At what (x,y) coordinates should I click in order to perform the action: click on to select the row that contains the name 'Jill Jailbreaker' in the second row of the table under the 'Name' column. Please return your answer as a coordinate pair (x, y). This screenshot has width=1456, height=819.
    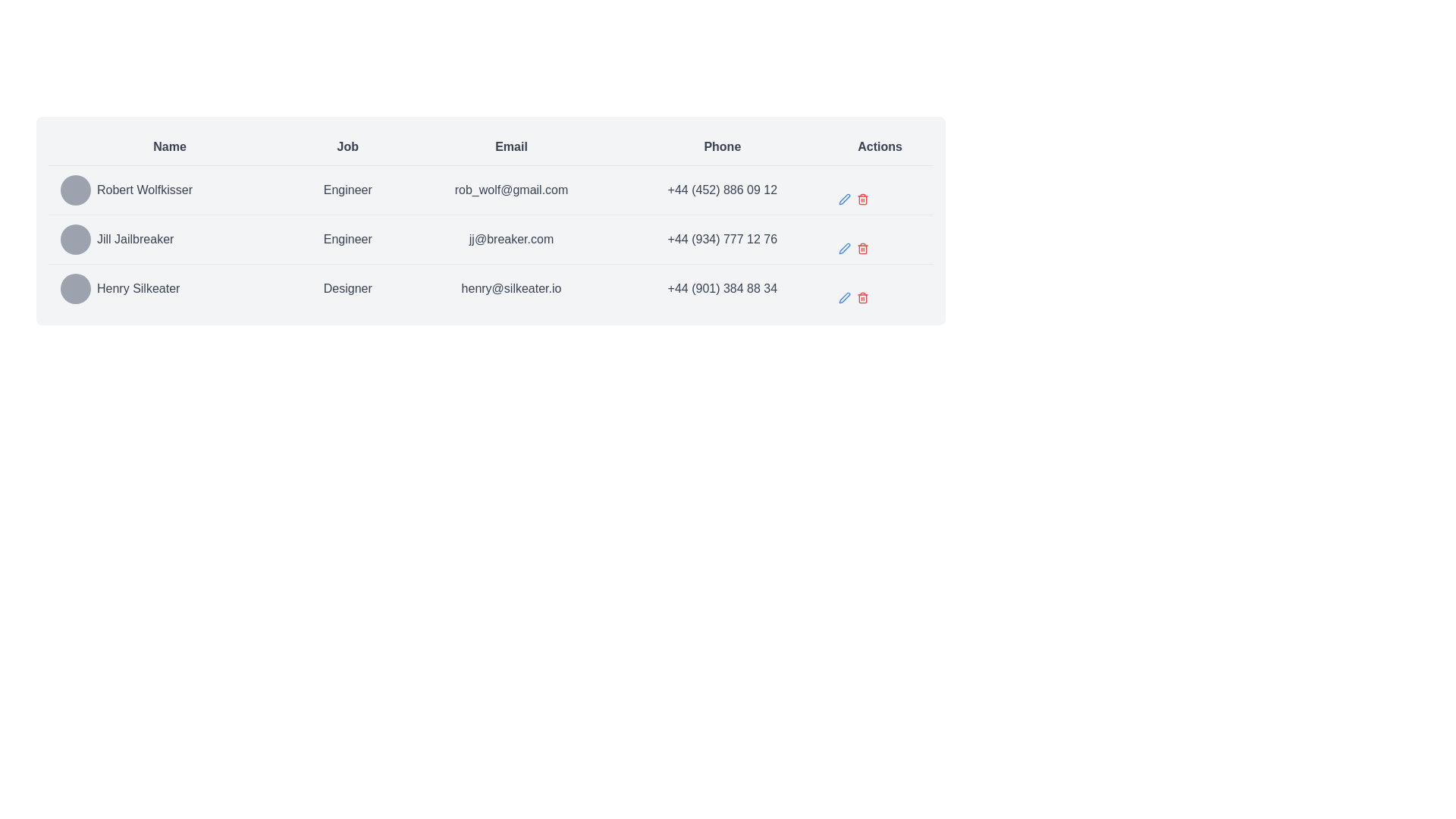
    Looking at the image, I should click on (170, 239).